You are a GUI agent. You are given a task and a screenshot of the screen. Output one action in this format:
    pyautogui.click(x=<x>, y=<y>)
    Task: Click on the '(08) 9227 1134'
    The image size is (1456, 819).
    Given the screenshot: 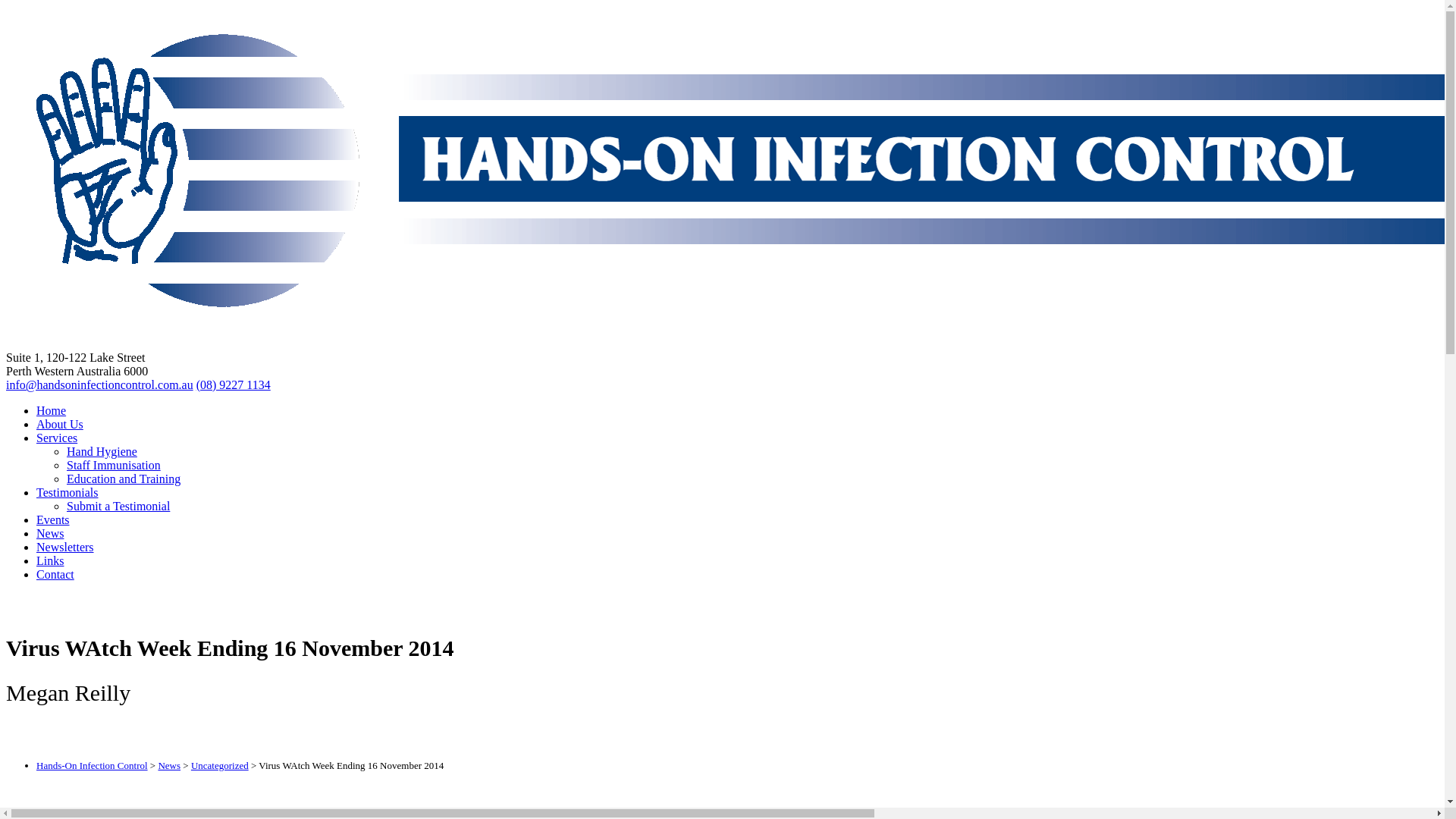 What is the action you would take?
    pyautogui.click(x=232, y=384)
    